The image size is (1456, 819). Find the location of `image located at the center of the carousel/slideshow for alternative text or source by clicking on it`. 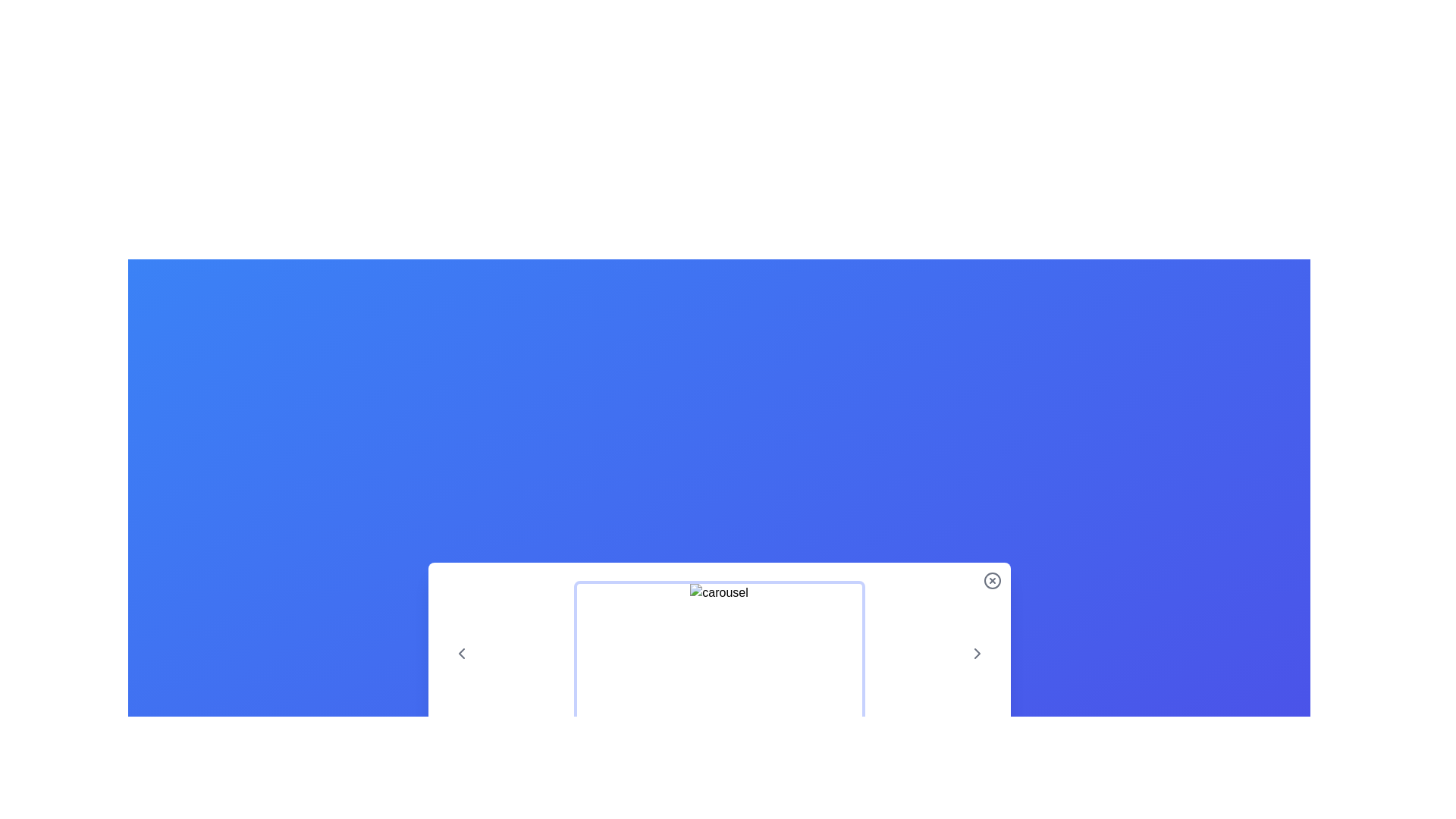

image located at the center of the carousel/slideshow for alternative text or source by clicking on it is located at coordinates (718, 652).